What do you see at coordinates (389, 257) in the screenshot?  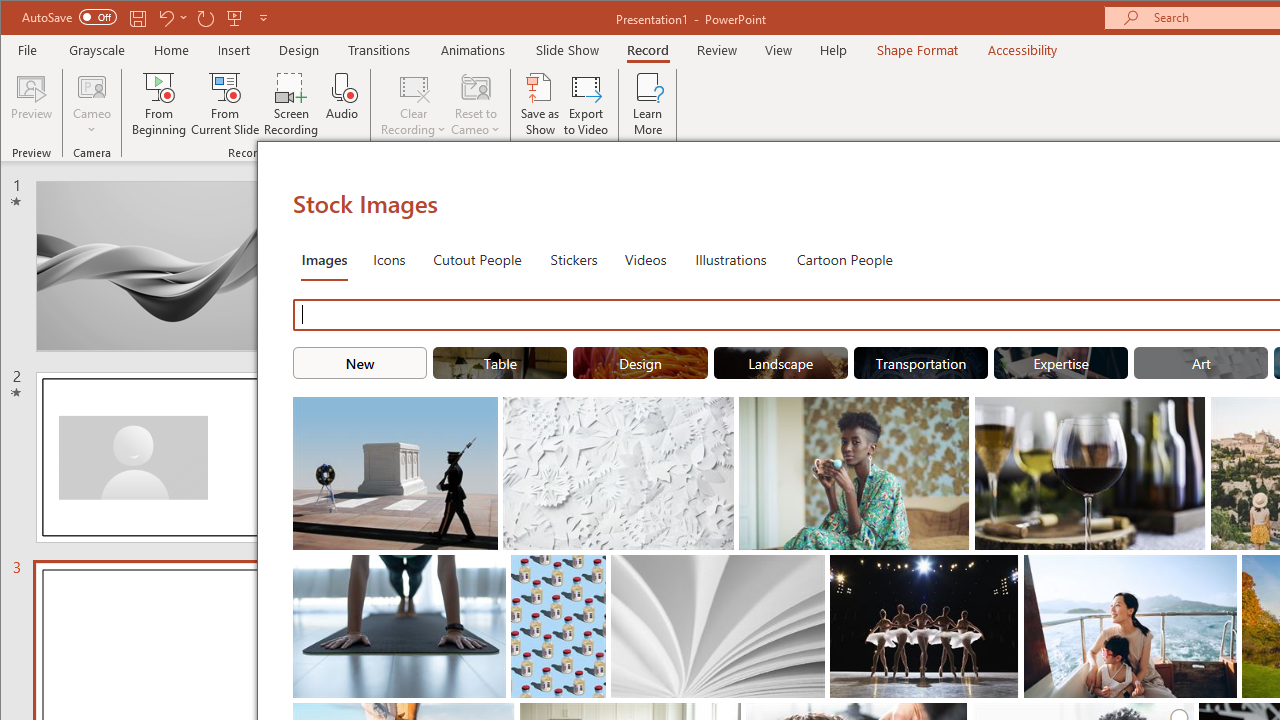 I see `'Icons'` at bounding box center [389, 257].